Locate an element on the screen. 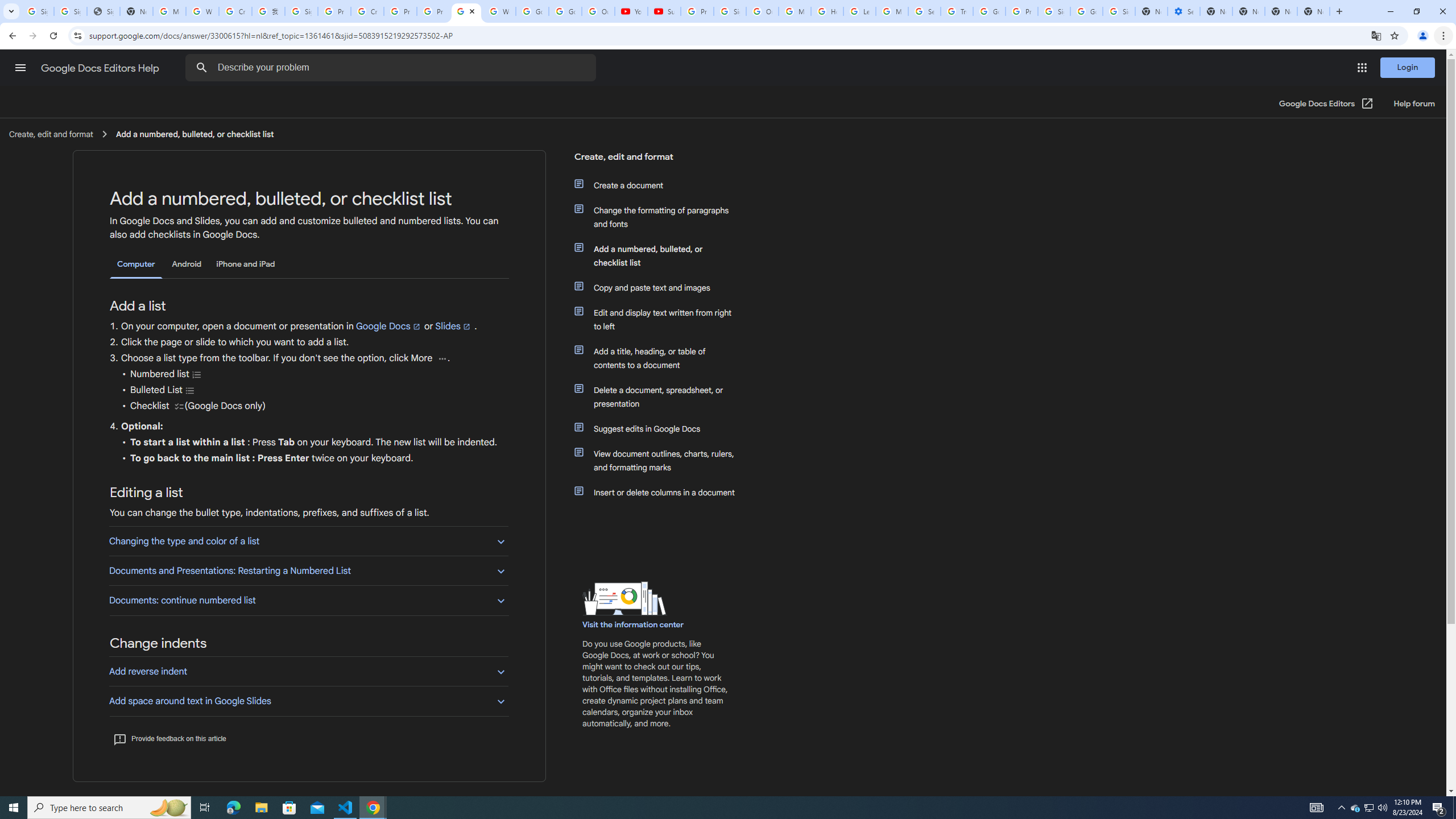 The height and width of the screenshot is (819, 1456). 'You' is located at coordinates (1423, 35).